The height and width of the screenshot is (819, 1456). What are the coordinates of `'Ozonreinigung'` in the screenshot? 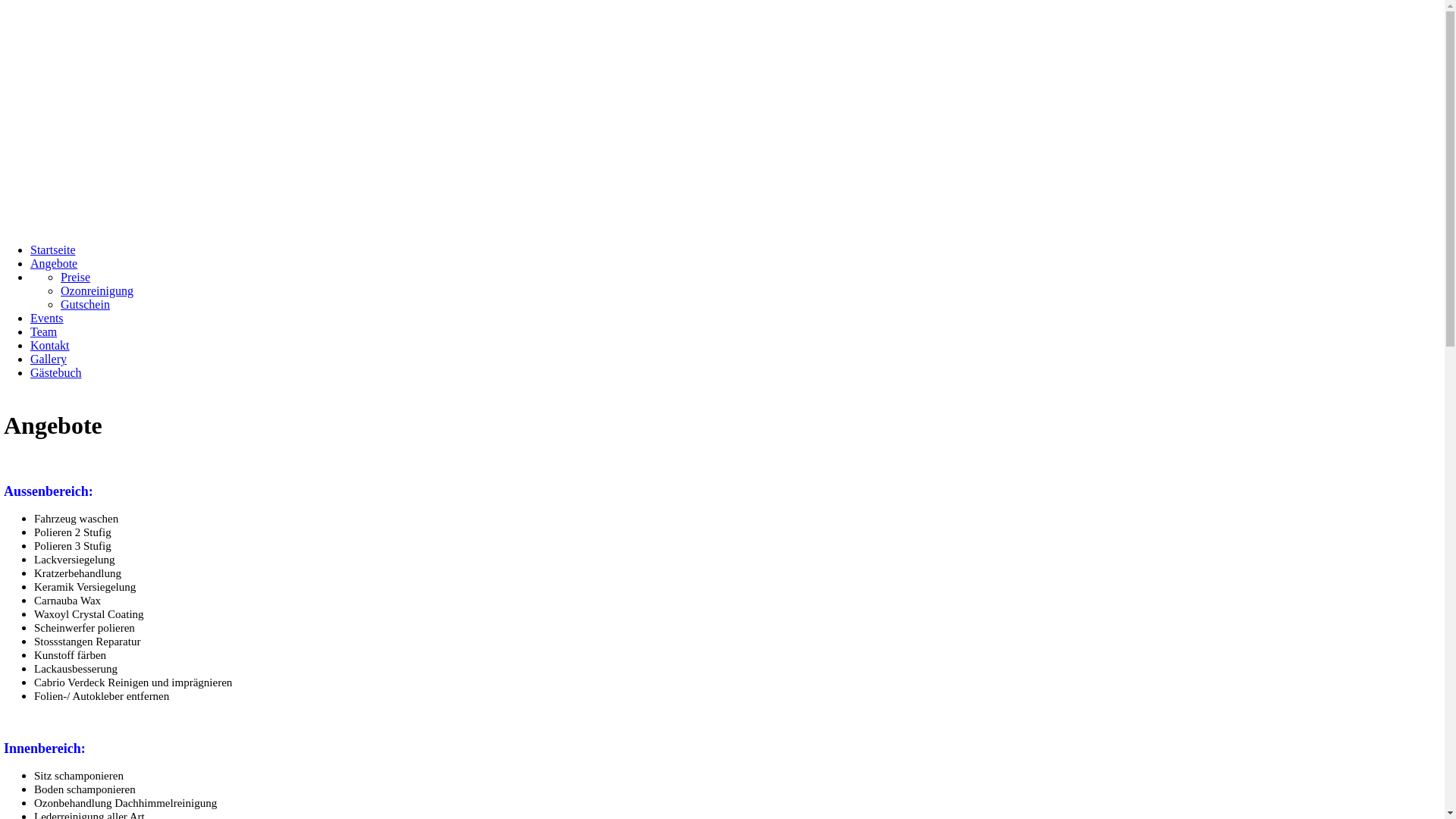 It's located at (96, 290).